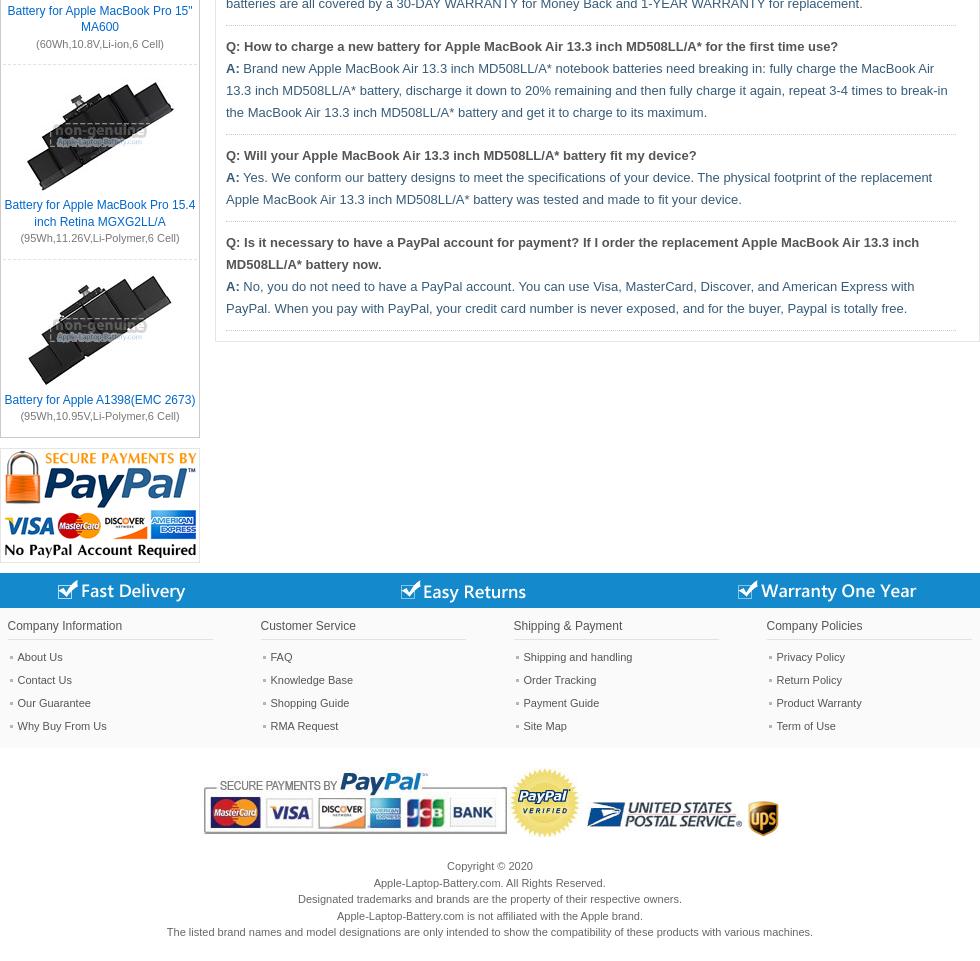 This screenshot has width=980, height=961. I want to click on 'Shipping & Payment', so click(567, 625).